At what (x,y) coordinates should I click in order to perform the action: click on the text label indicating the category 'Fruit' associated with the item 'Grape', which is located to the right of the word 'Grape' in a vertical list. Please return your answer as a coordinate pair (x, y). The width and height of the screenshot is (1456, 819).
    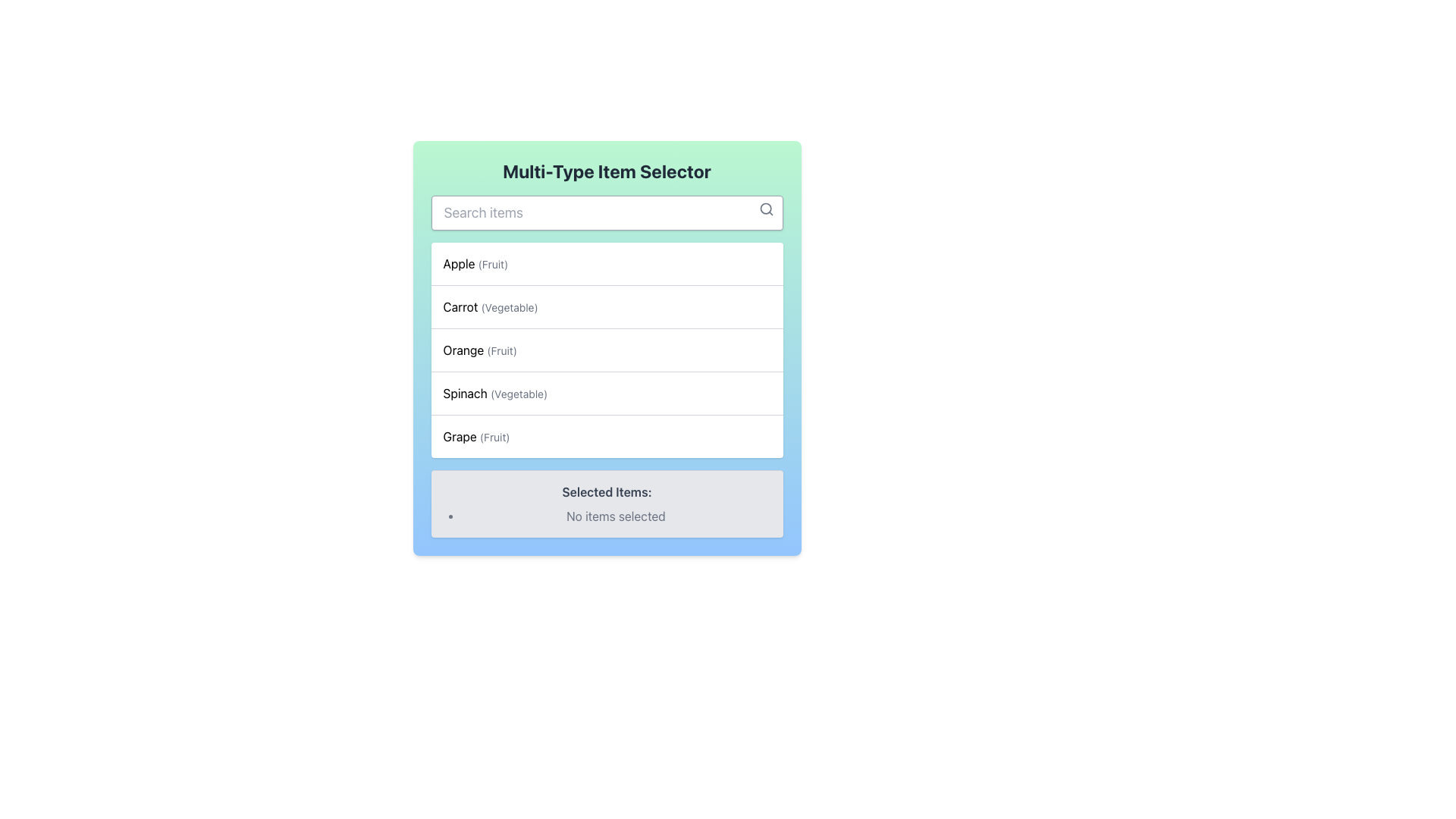
    Looking at the image, I should click on (494, 437).